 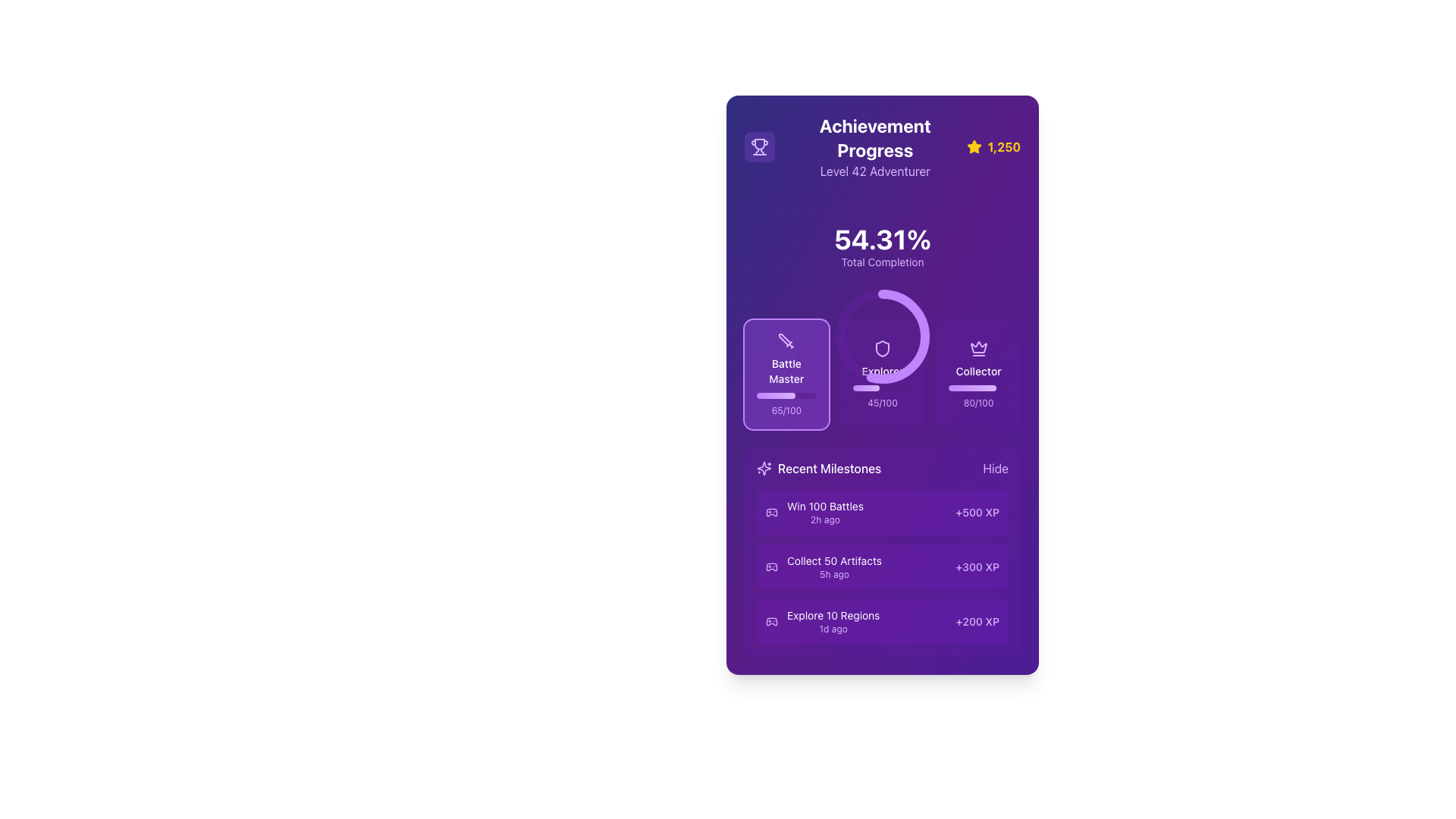 What do you see at coordinates (882, 146) in the screenshot?
I see `the displayed information in the header element containing 'Achievement Progress', 'Level 42 Adventurer', and '1,250', along with a trophy icon and a yellow star, located at the top of the interface card` at bounding box center [882, 146].